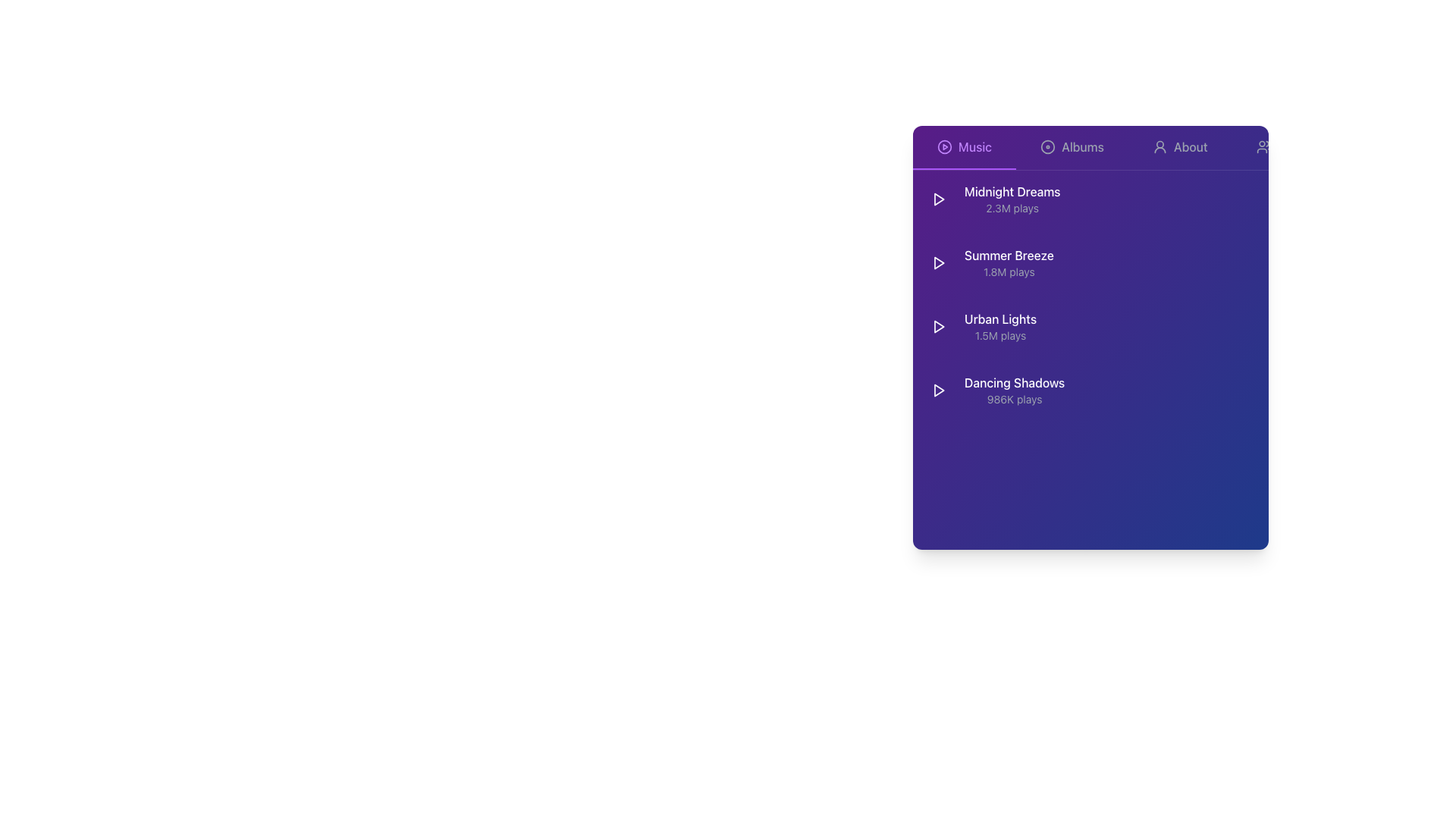  What do you see at coordinates (1250, 262) in the screenshot?
I see `the ellipsis button located to the right of the 'Summer Breeze' list item` at bounding box center [1250, 262].